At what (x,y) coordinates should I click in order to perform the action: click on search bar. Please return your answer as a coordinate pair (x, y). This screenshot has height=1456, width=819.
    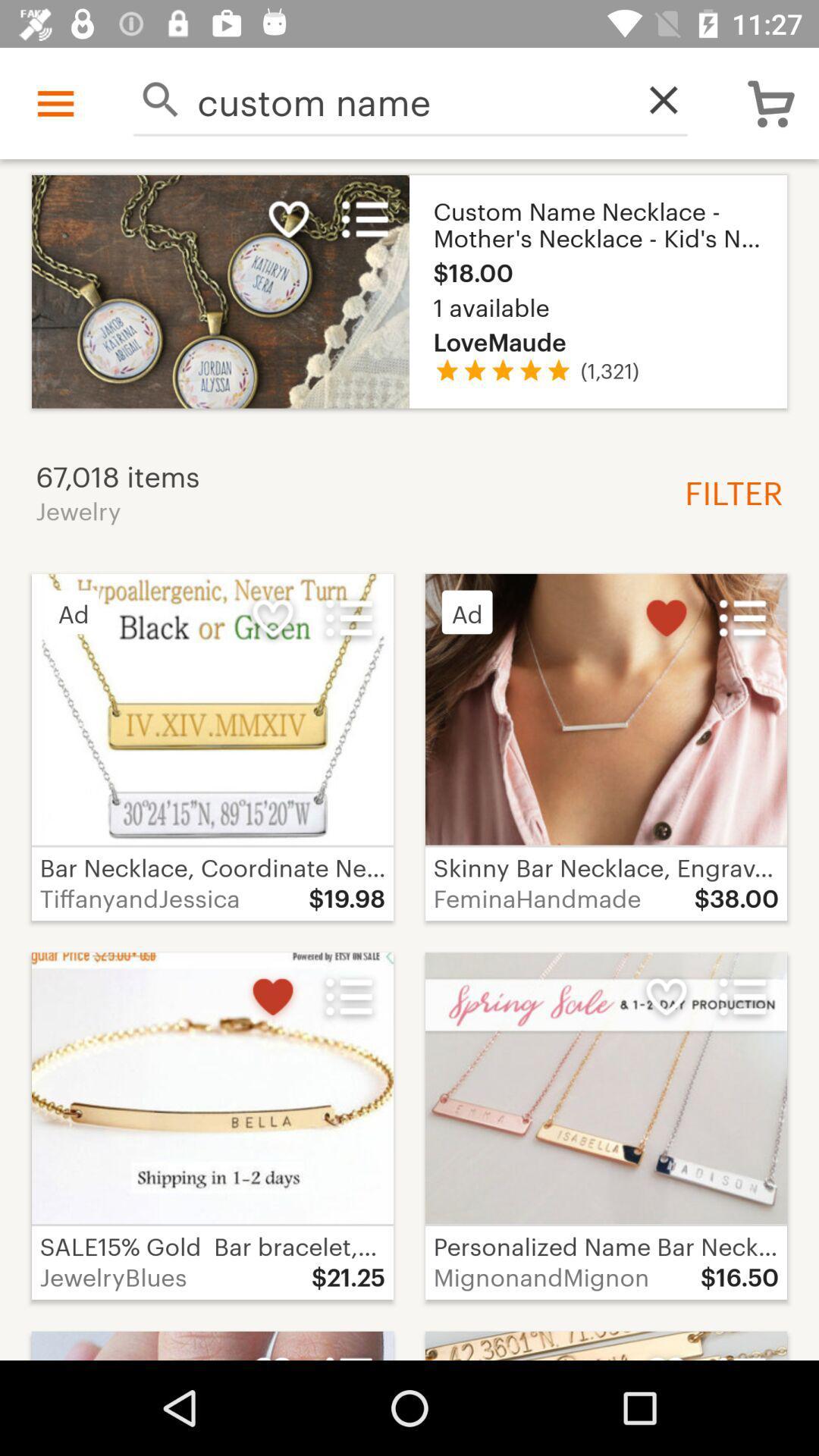
    Looking at the image, I should click on (165, 99).